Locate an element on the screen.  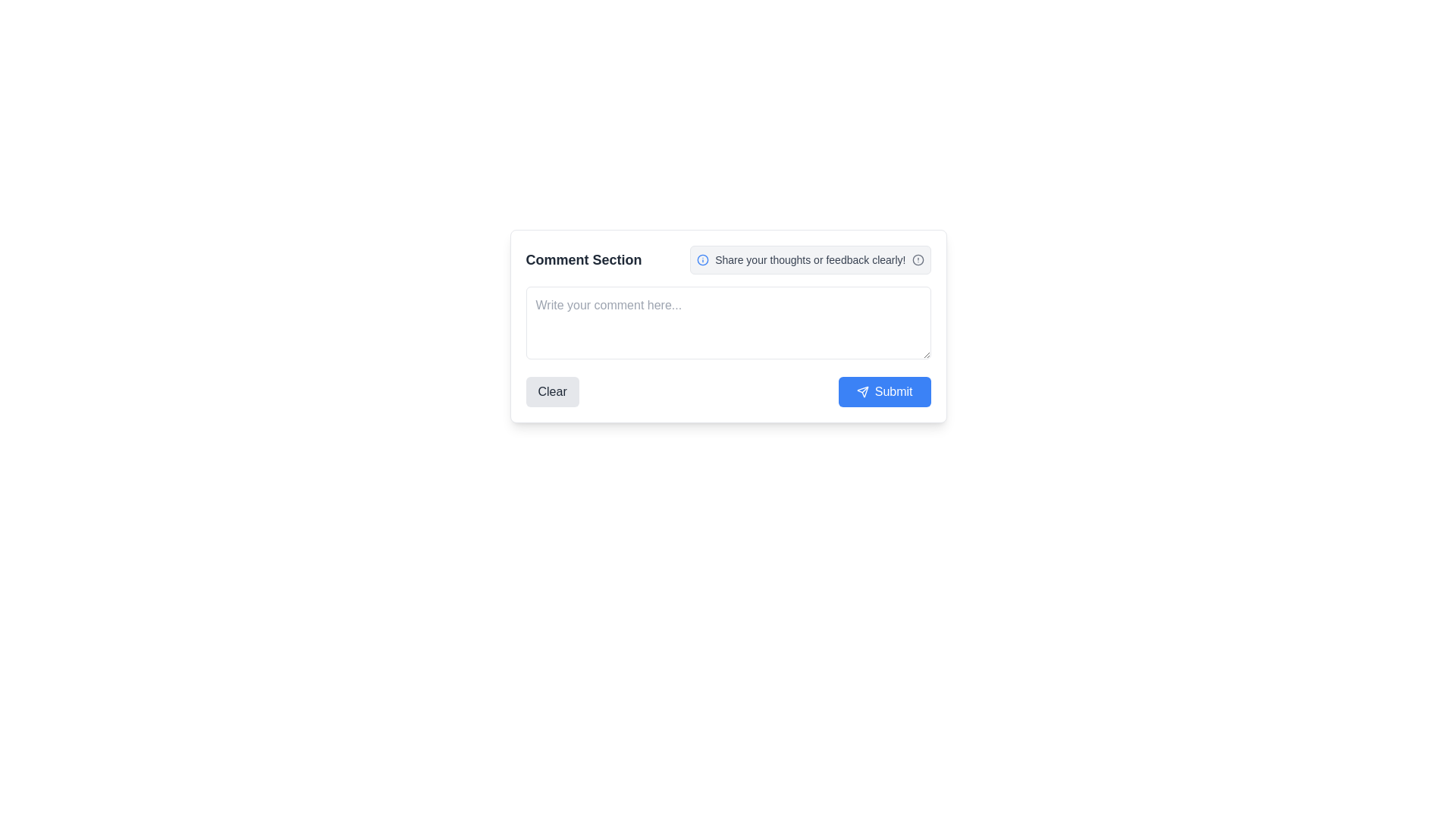
the prominently styled text label reading 'Comment Section,' which is bold and larger than surrounding text, located in the top-left portion of the feedback card is located at coordinates (583, 259).